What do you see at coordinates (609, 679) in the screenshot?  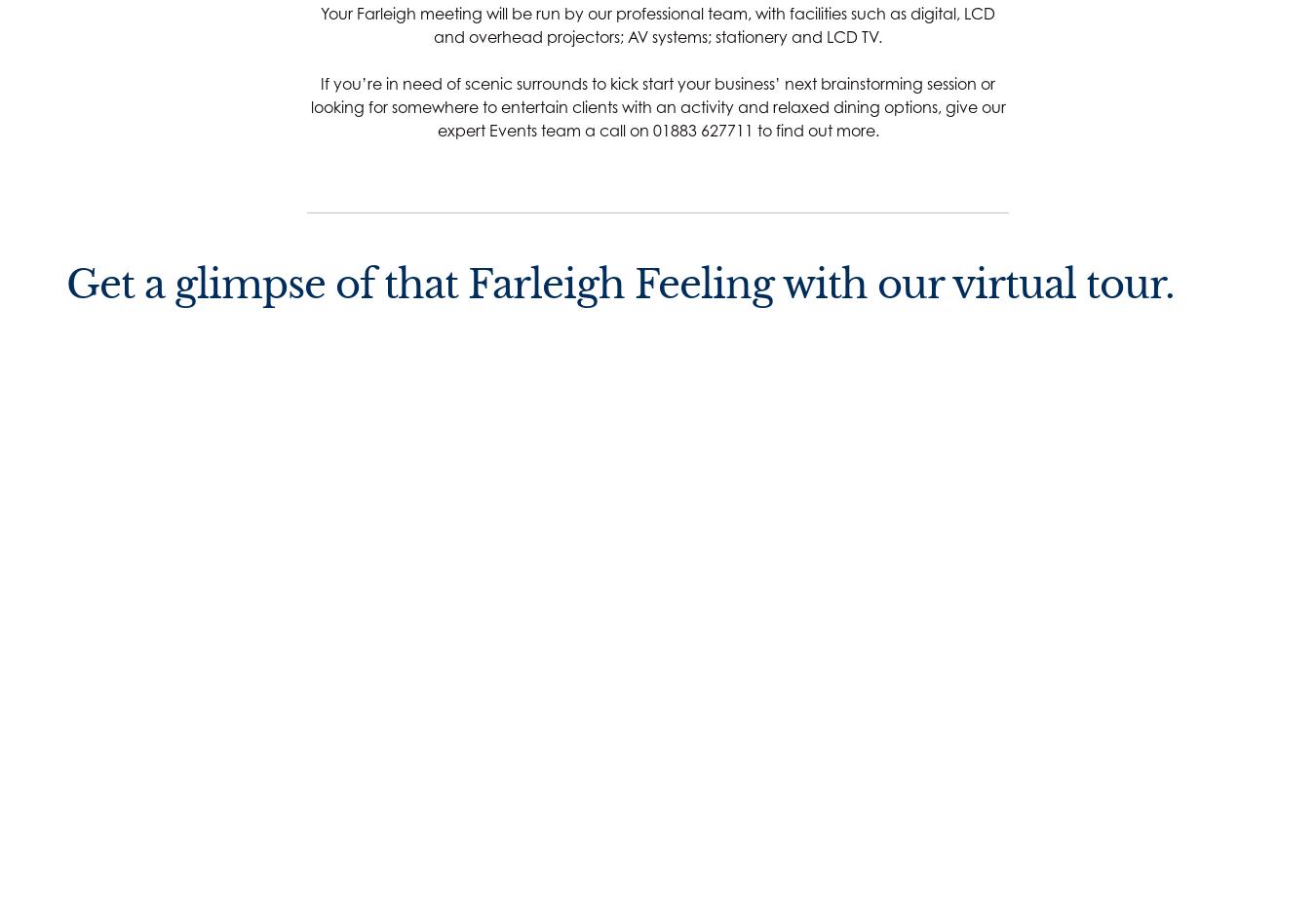 I see `'Join'` at bounding box center [609, 679].